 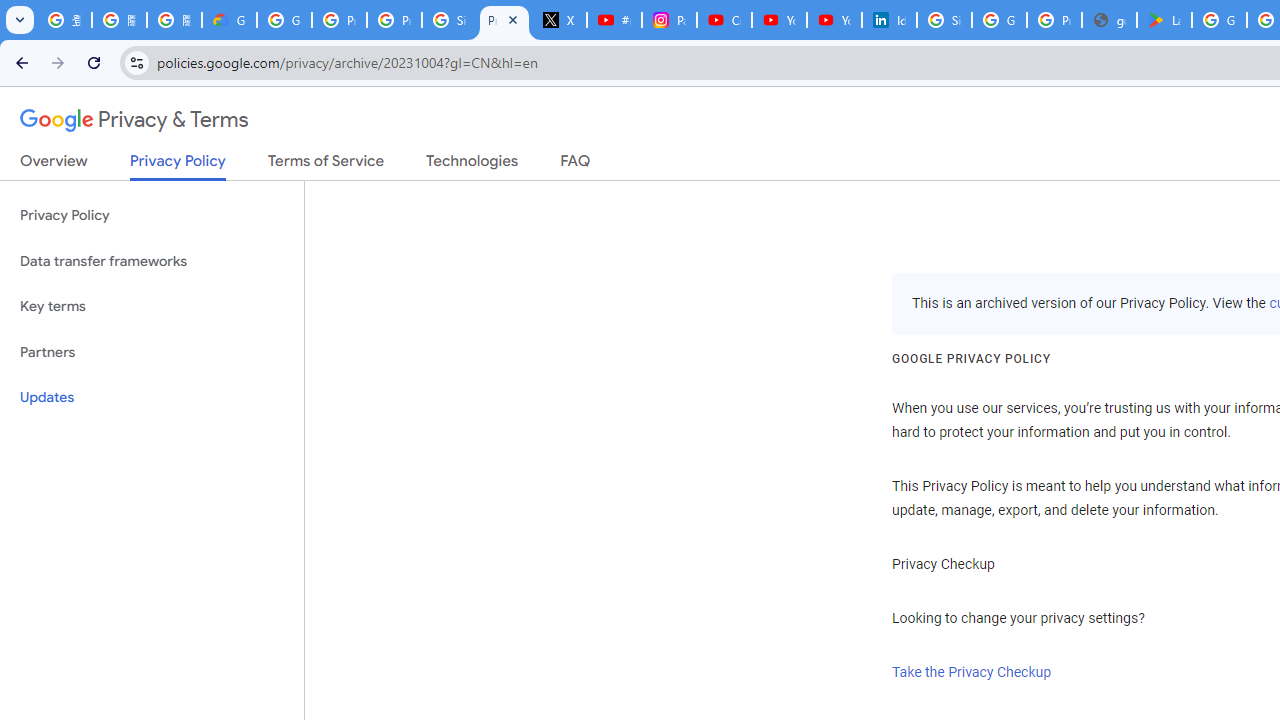 What do you see at coordinates (151, 260) in the screenshot?
I see `'Data transfer frameworks'` at bounding box center [151, 260].